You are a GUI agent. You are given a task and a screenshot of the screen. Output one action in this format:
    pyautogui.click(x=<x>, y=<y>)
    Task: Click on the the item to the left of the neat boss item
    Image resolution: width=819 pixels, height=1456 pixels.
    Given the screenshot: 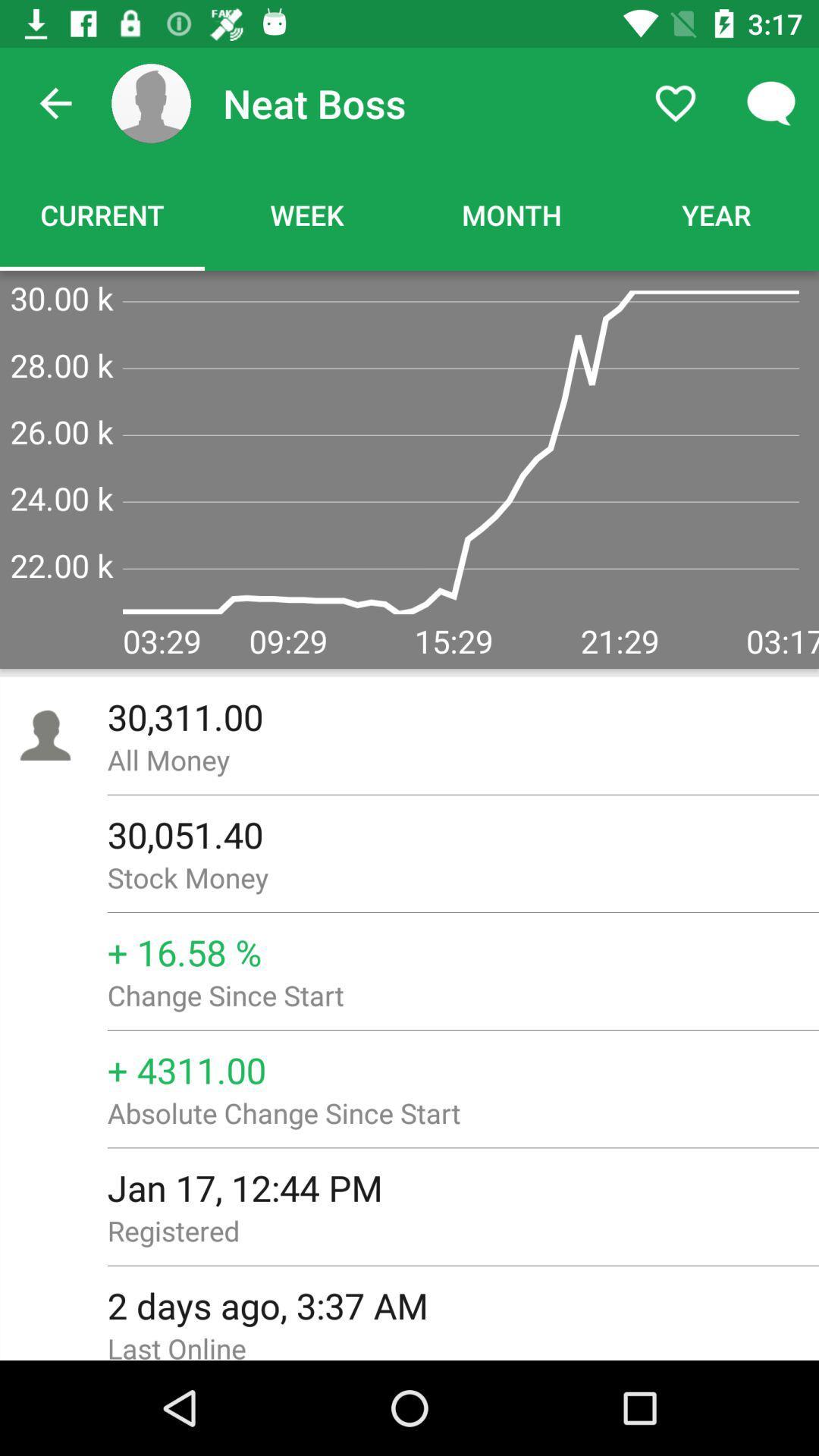 What is the action you would take?
    pyautogui.click(x=151, y=102)
    